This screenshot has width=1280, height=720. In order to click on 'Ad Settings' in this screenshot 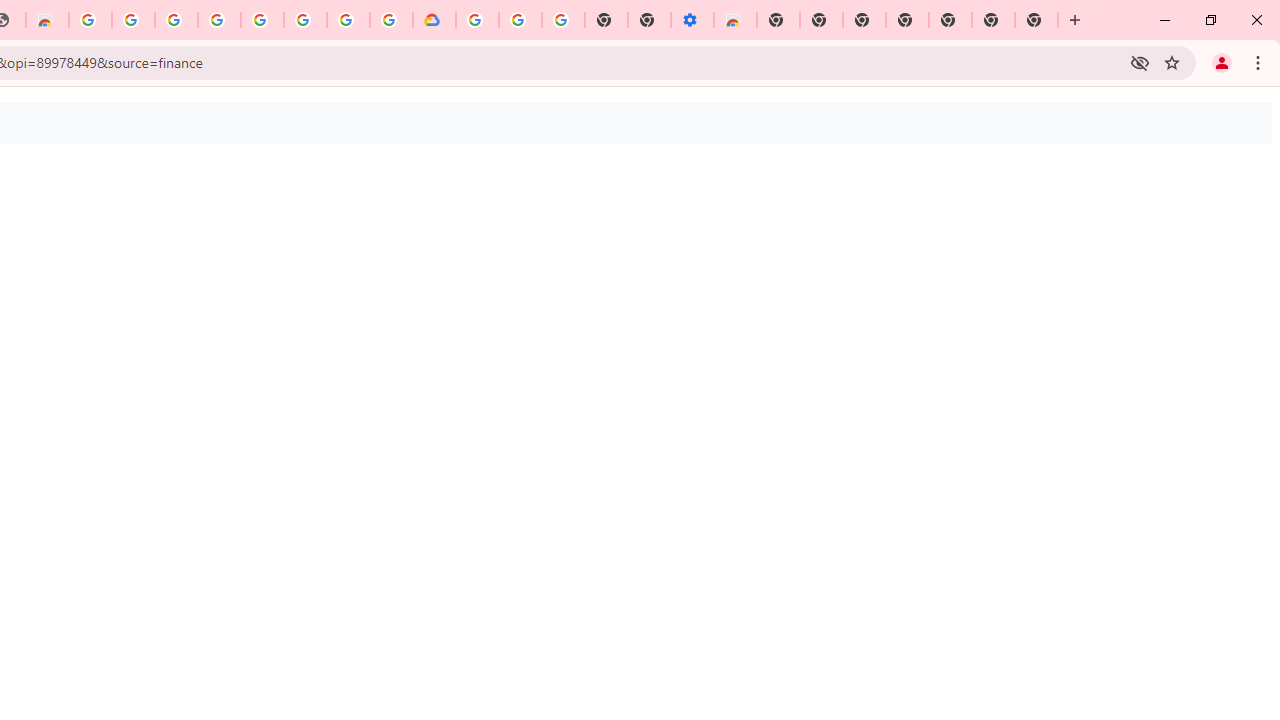, I will do `click(176, 20)`.